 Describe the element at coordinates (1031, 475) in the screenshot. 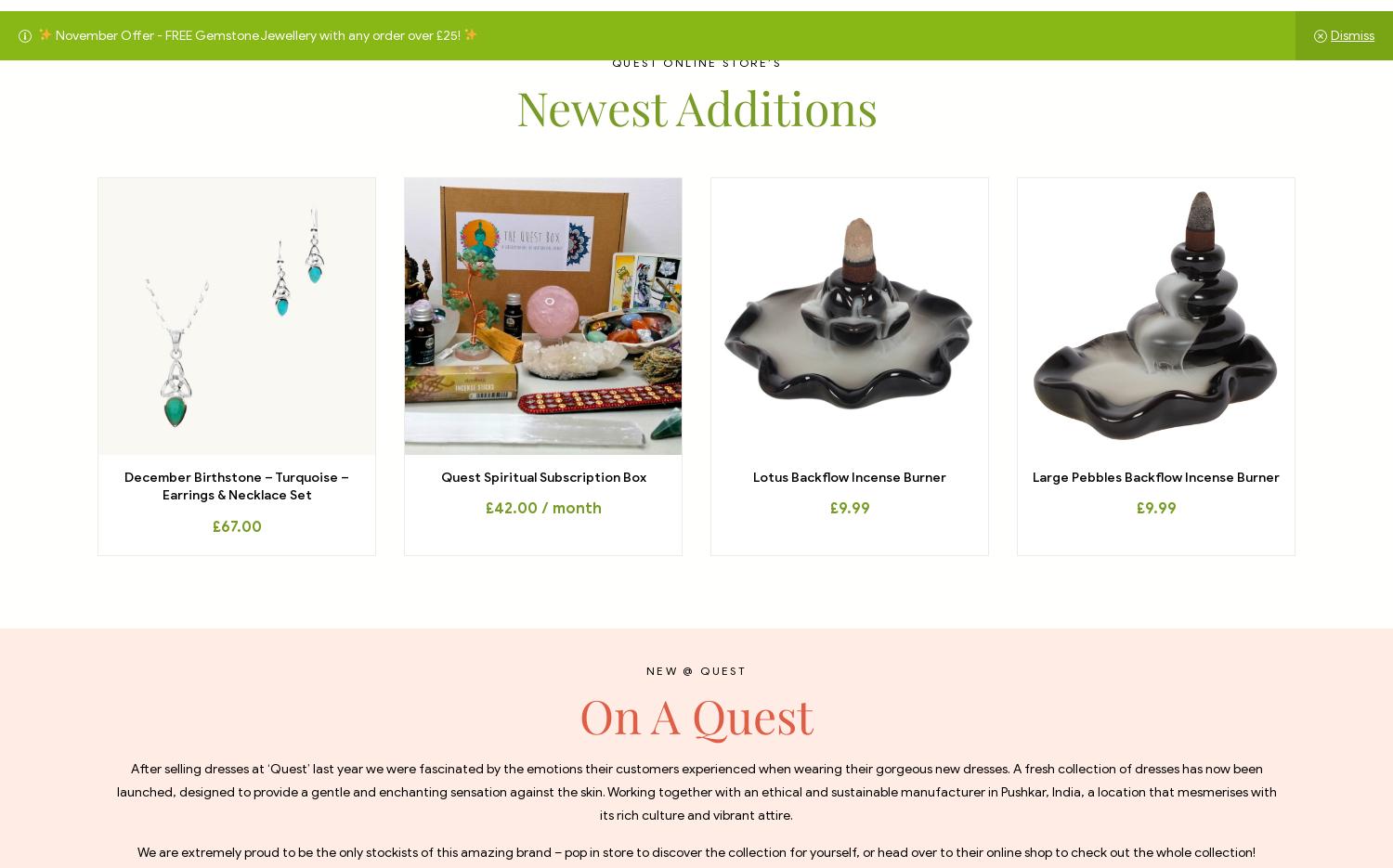

I see `'Large Pebbles Backflow Incense Burner'` at that location.